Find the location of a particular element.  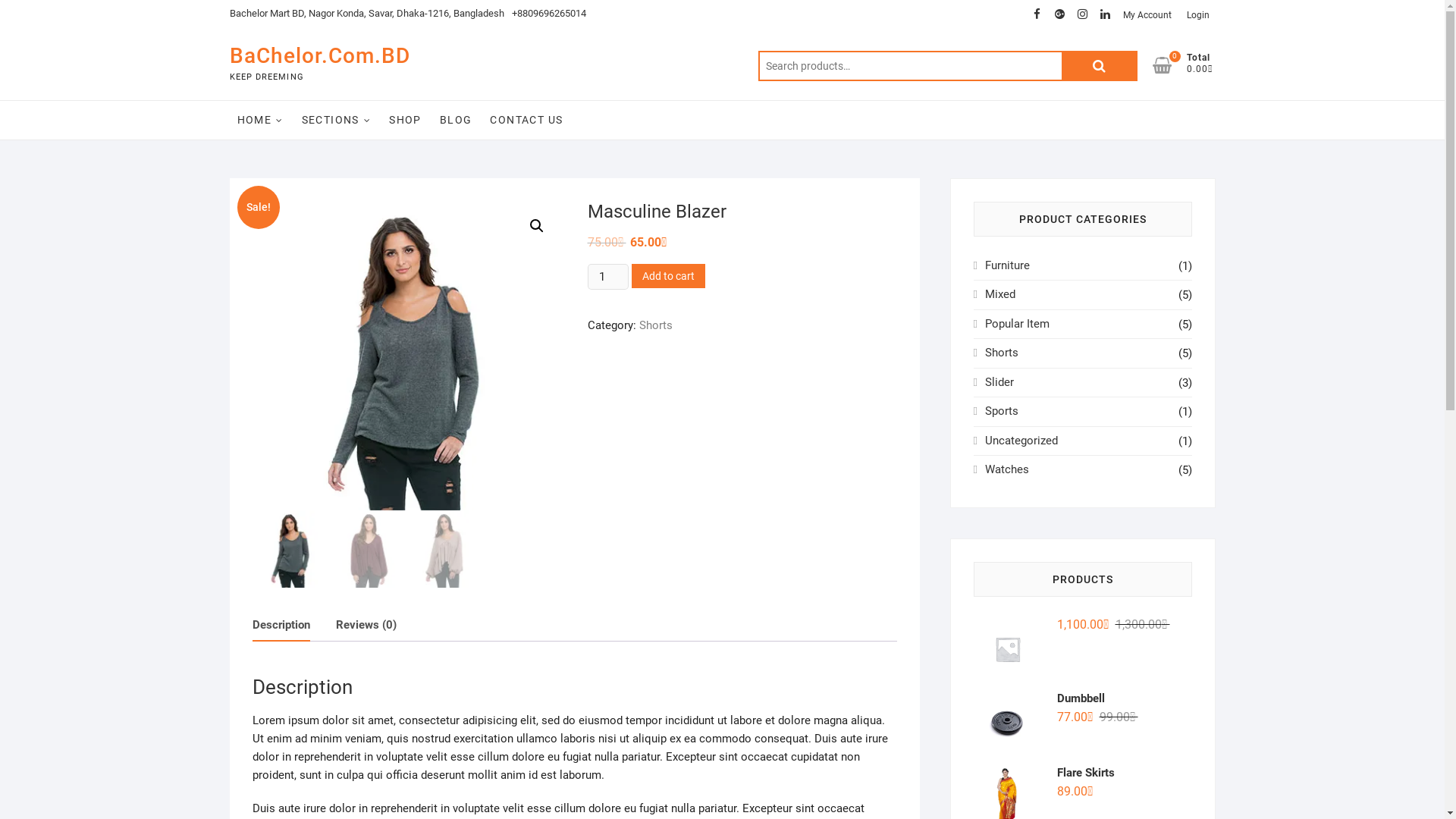

'HOME' is located at coordinates (259, 119).